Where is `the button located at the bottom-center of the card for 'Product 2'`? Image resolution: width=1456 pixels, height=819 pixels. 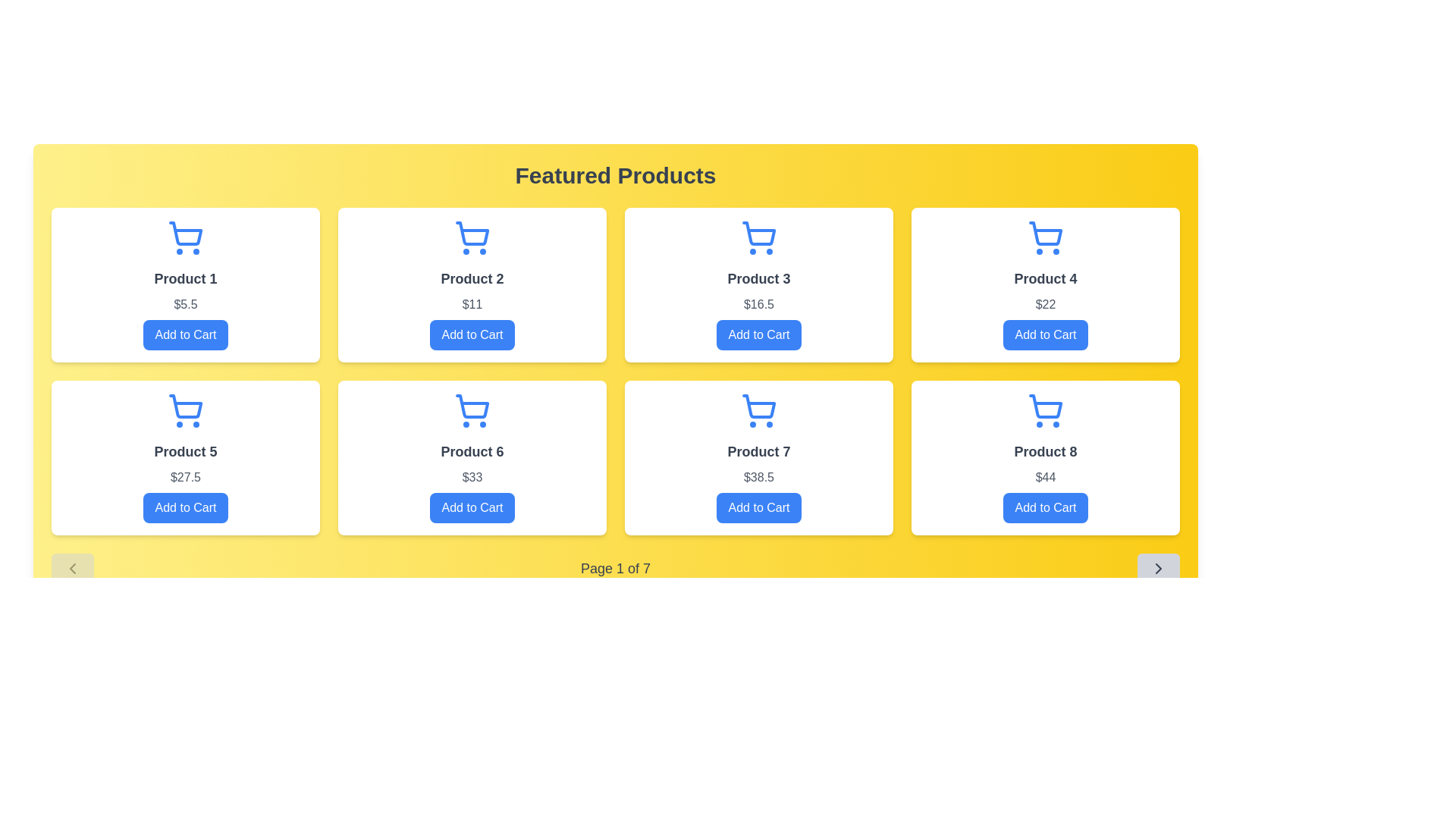 the button located at the bottom-center of the card for 'Product 2' is located at coordinates (472, 334).